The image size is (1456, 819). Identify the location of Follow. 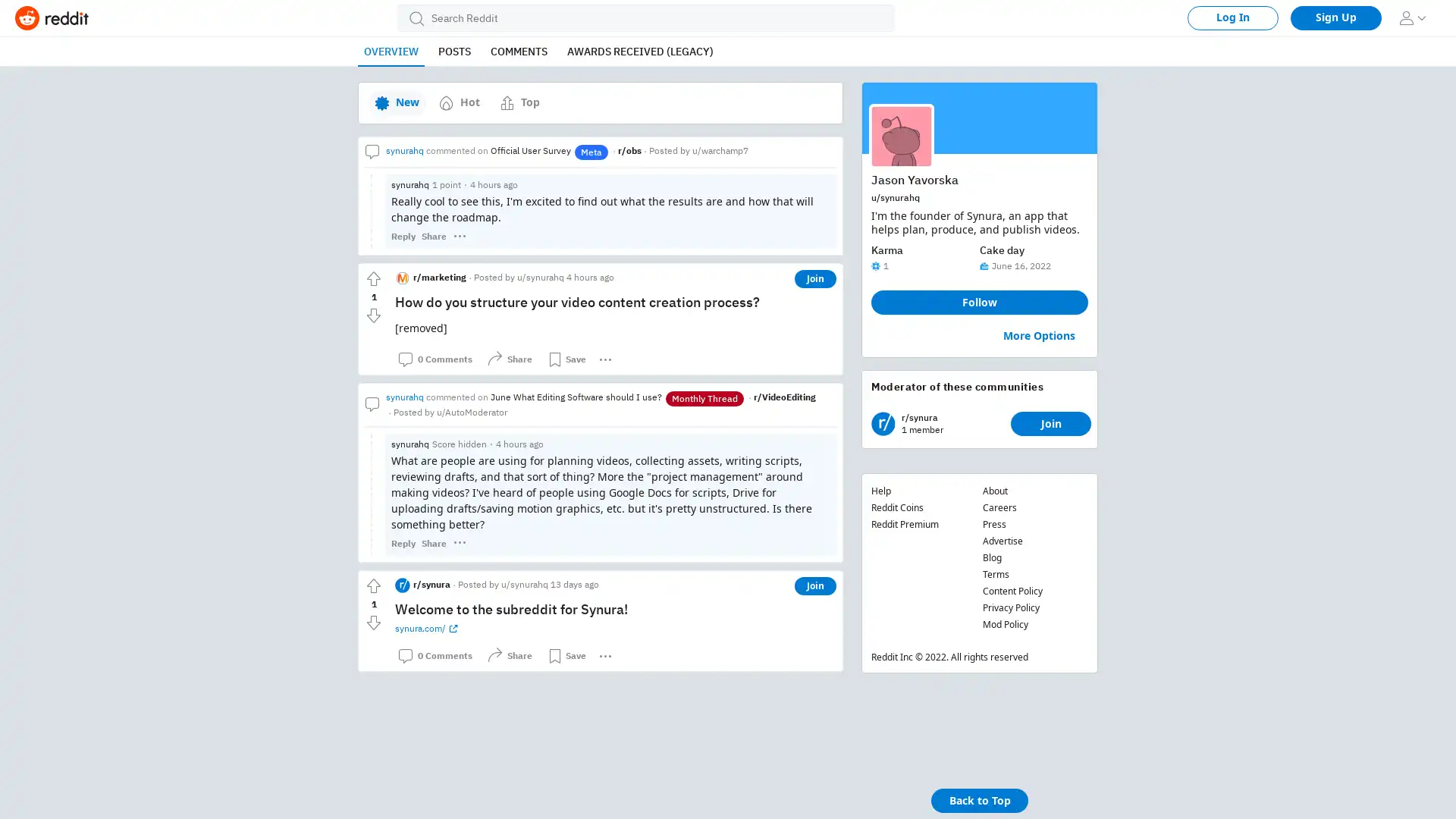
(979, 302).